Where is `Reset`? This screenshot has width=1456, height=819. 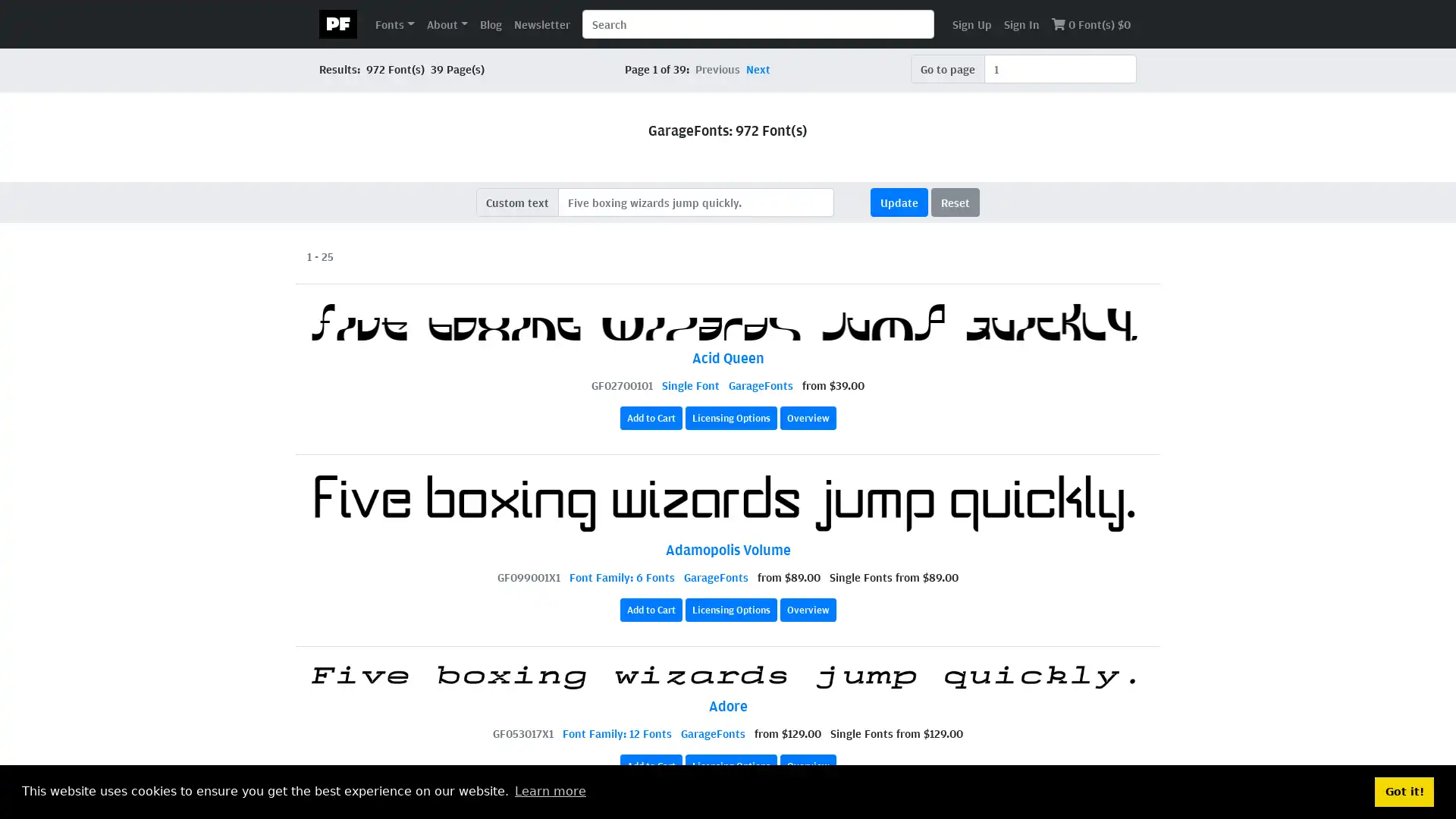 Reset is located at coordinates (954, 201).